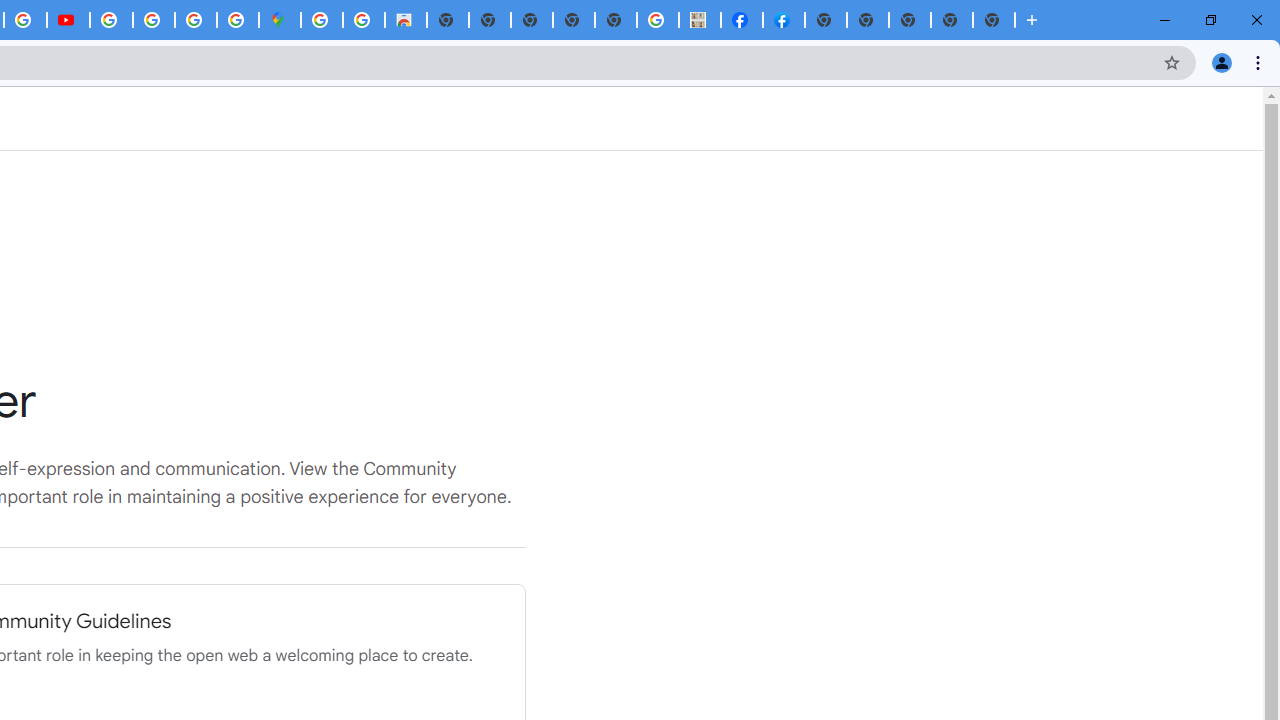  I want to click on 'Sign Up for Facebook', so click(783, 20).